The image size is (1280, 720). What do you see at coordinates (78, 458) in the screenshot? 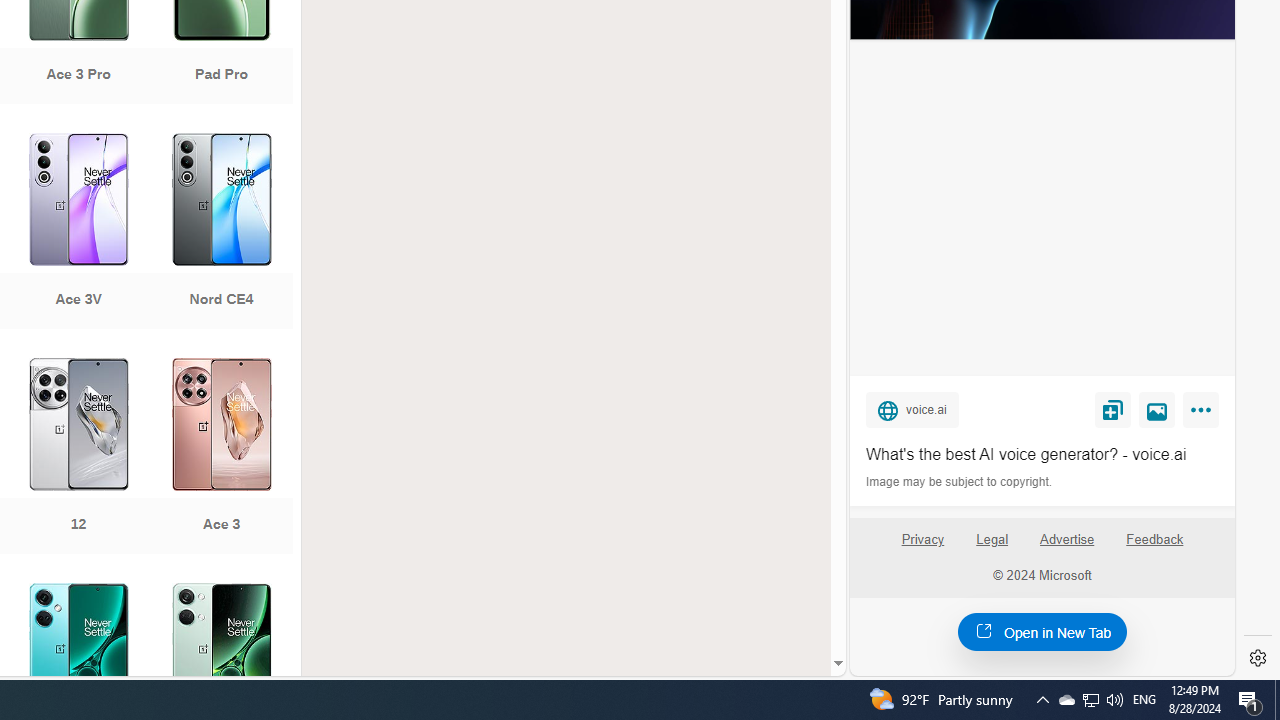
I see `'12'` at bounding box center [78, 458].